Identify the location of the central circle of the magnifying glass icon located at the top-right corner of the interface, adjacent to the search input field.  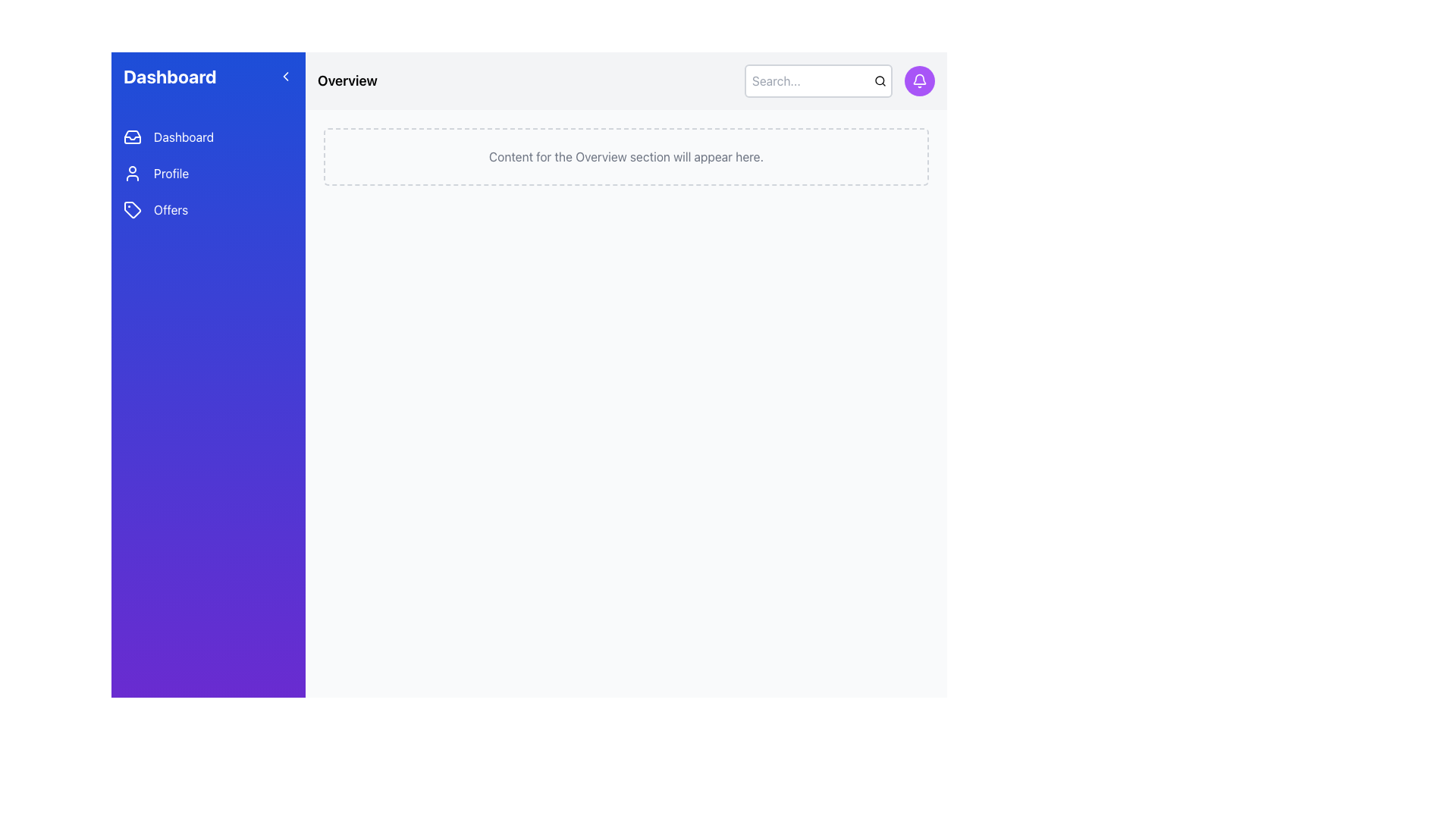
(880, 80).